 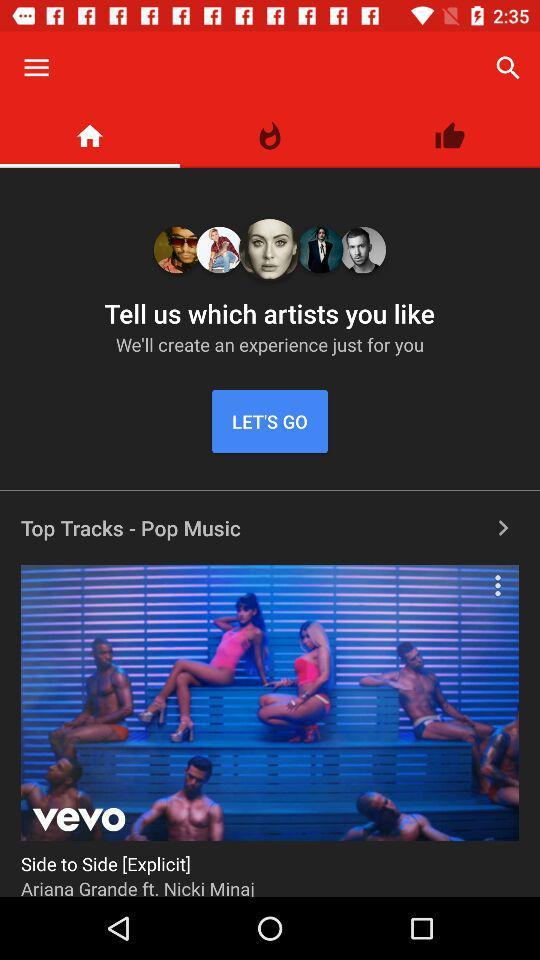 What do you see at coordinates (270, 421) in the screenshot?
I see `item below the we ll create item` at bounding box center [270, 421].